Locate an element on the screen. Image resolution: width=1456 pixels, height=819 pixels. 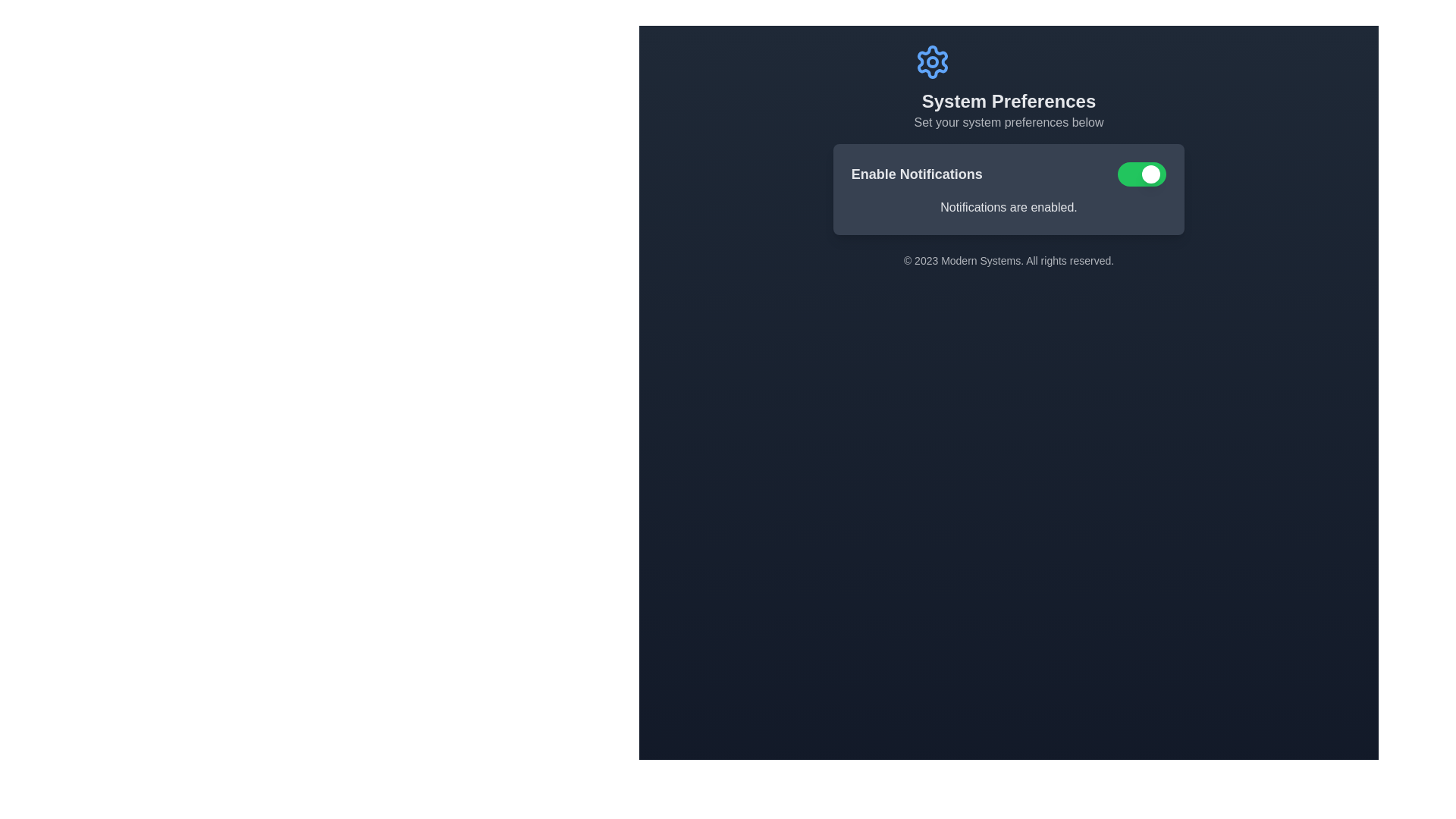
the Static Text Label that reads 'Set your system preferences below', located directly beneath the 'System Preferences' heading is located at coordinates (1009, 122).